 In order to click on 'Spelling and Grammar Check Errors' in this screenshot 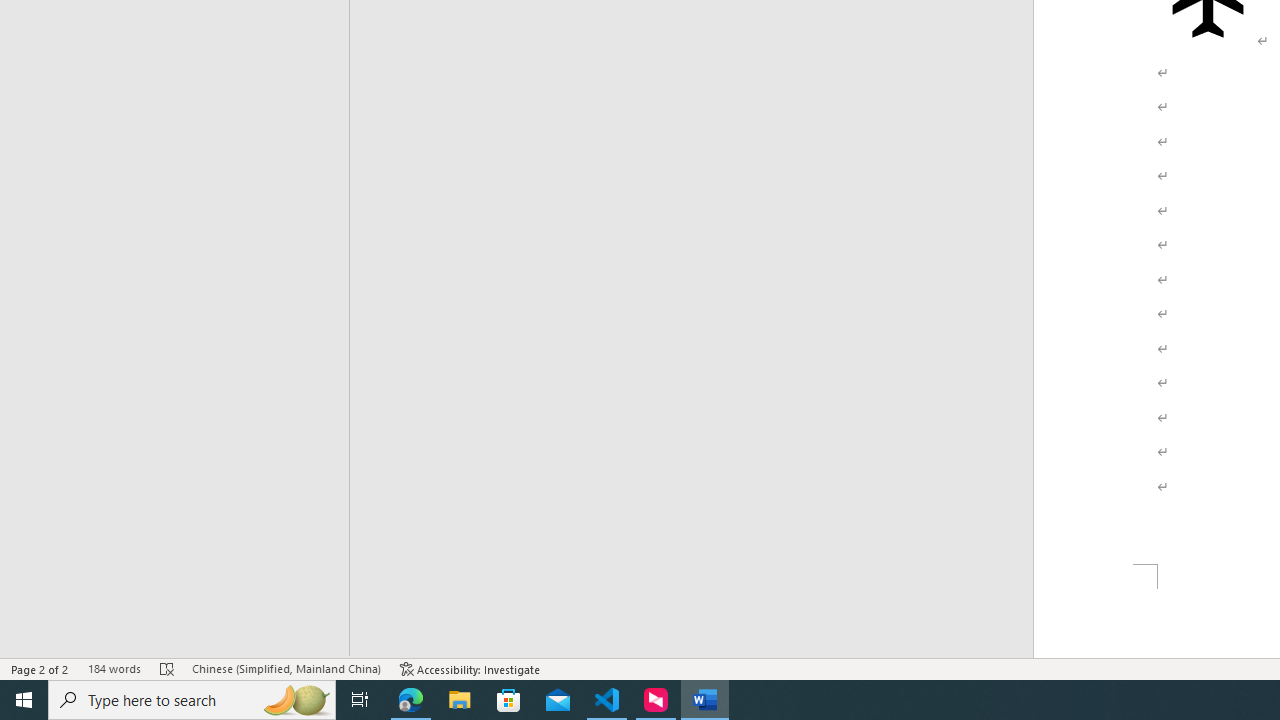, I will do `click(168, 669)`.